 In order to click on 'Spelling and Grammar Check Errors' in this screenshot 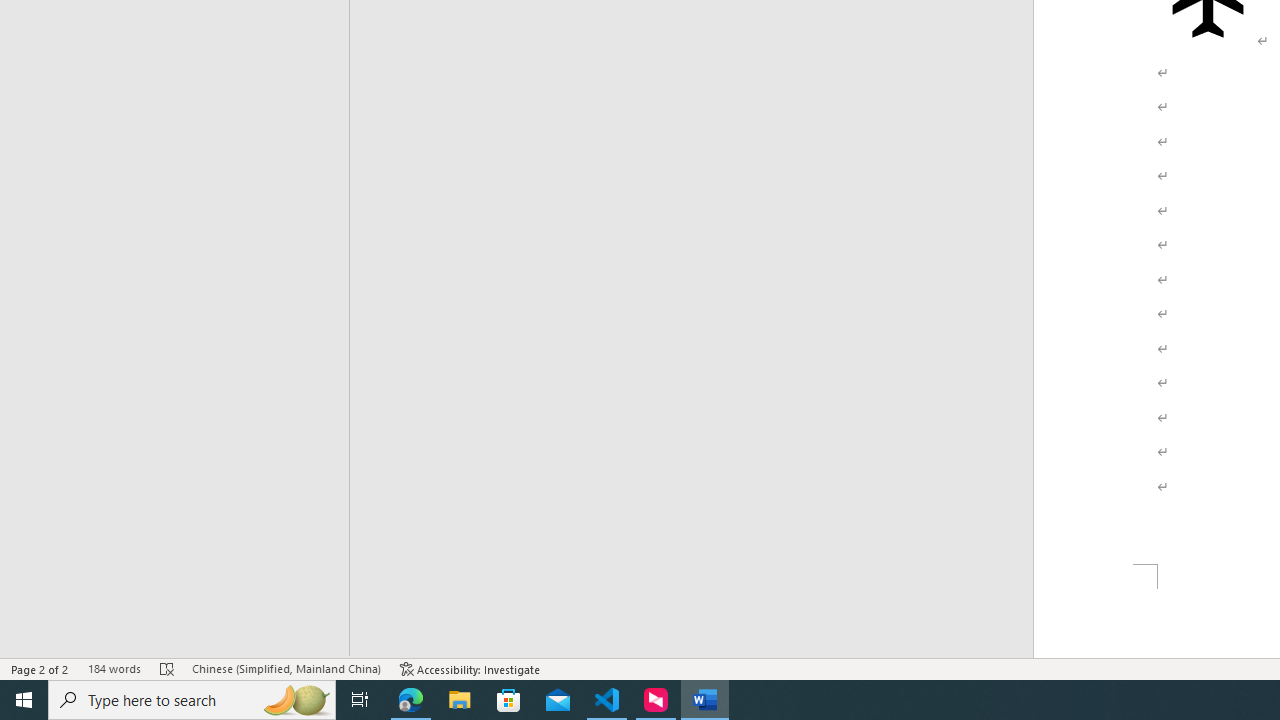, I will do `click(168, 669)`.